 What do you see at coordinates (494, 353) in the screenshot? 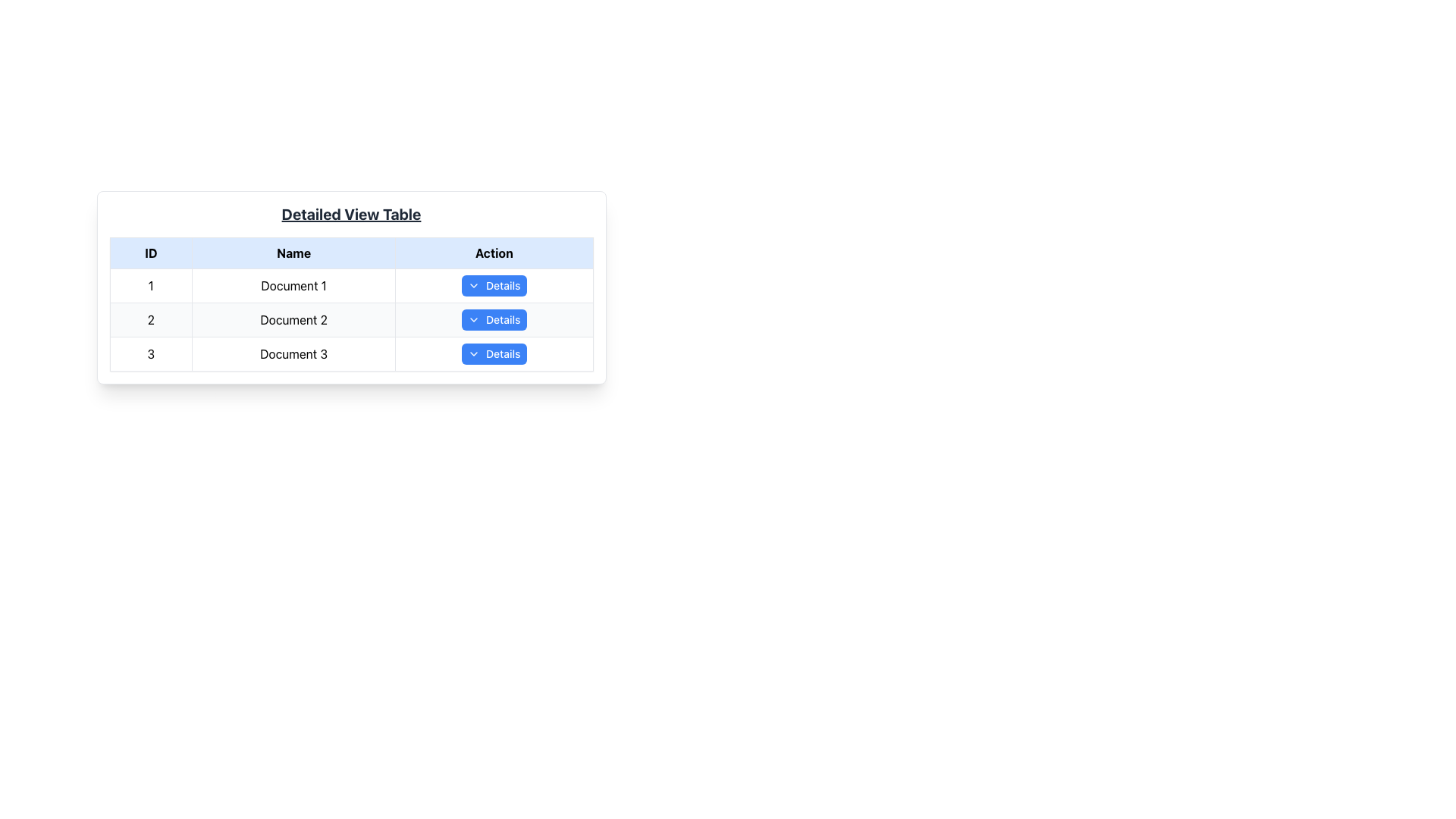
I see `the button in the third row of the 'Detailed View Table' under the 'Action' column` at bounding box center [494, 353].